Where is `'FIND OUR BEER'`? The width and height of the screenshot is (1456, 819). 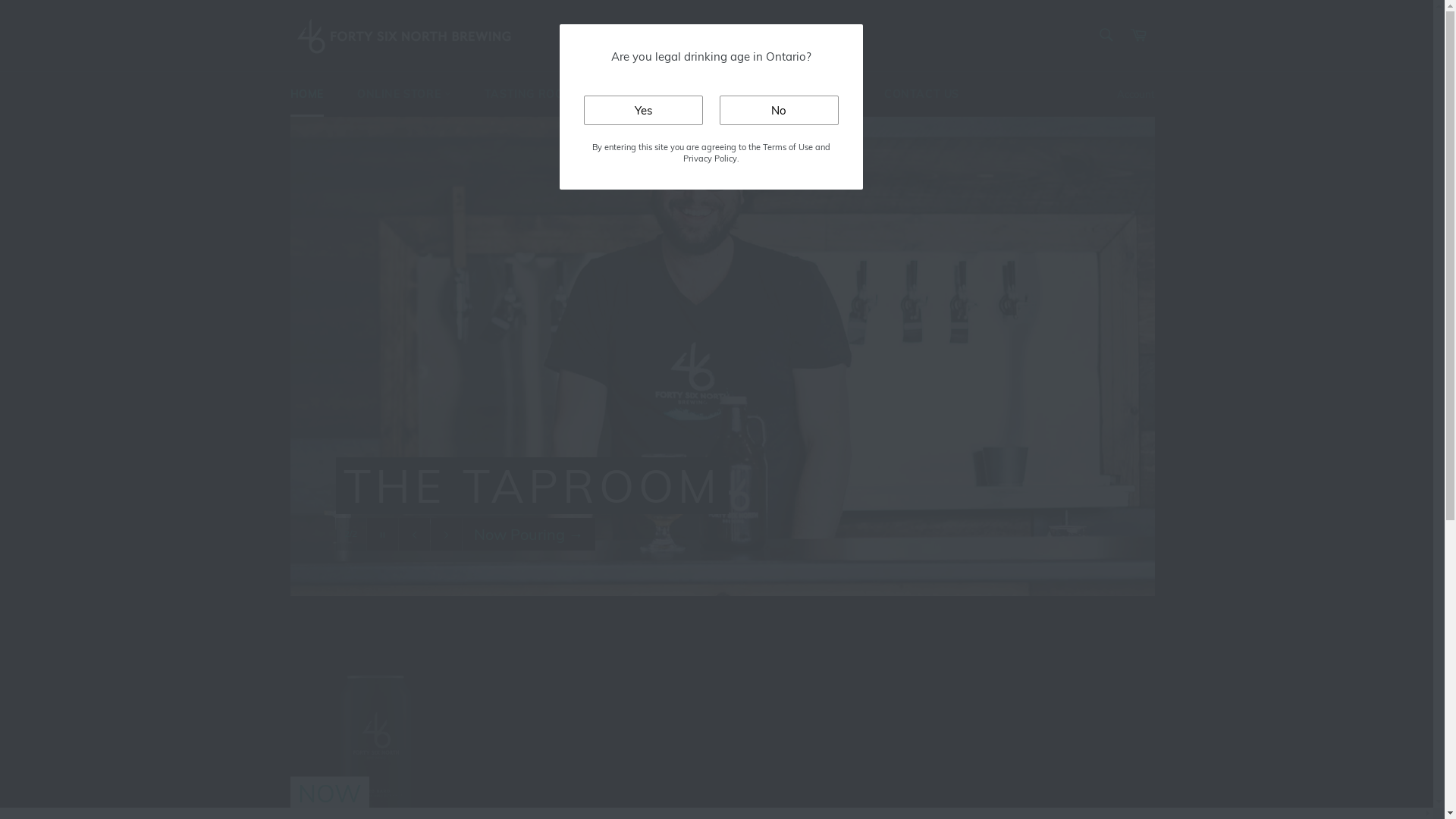 'FIND OUR BEER' is located at coordinates (746, 94).